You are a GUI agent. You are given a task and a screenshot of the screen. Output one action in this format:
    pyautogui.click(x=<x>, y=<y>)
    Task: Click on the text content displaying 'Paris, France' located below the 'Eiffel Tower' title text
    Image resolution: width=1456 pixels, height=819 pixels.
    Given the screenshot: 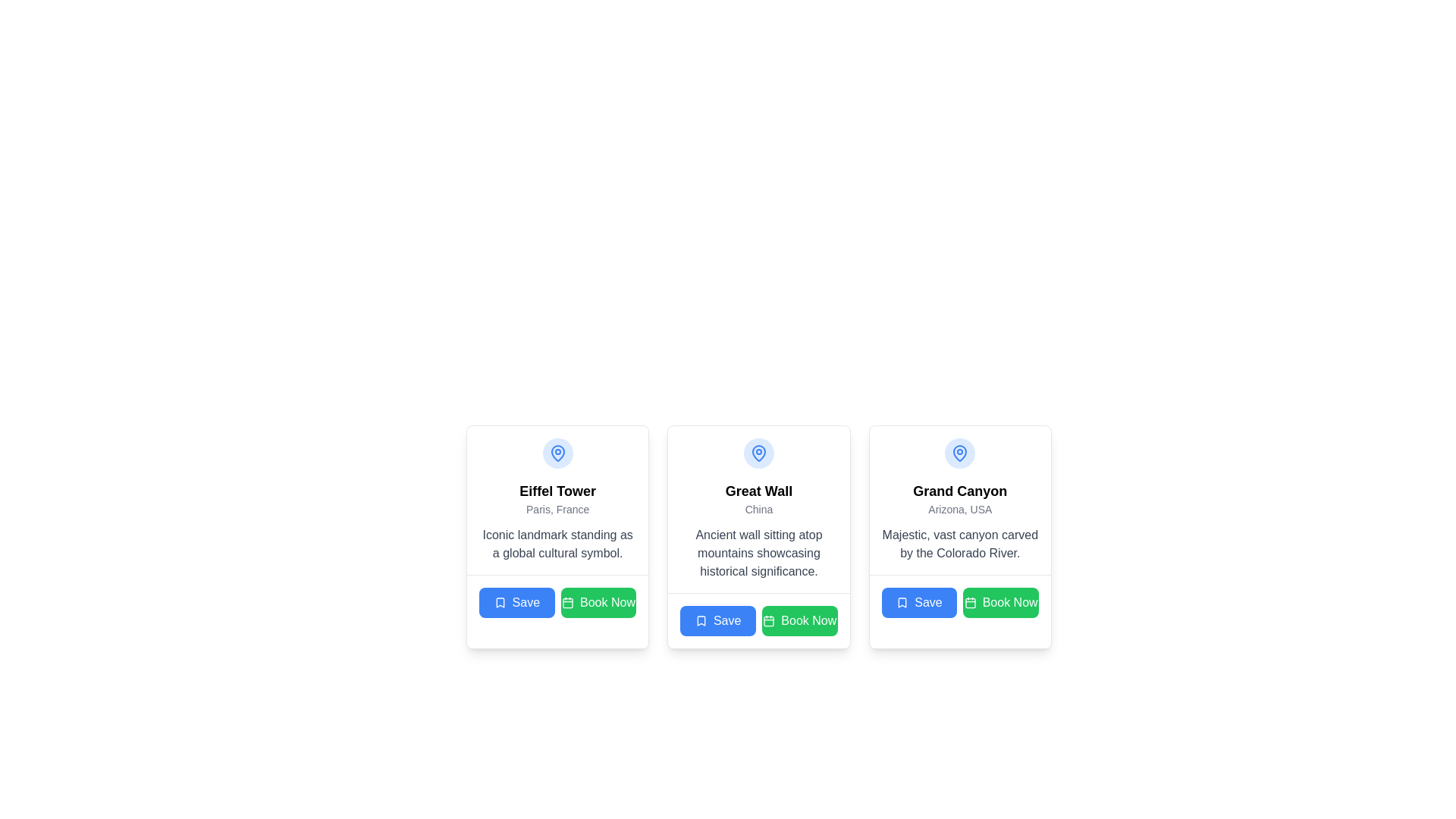 What is the action you would take?
    pyautogui.click(x=557, y=509)
    